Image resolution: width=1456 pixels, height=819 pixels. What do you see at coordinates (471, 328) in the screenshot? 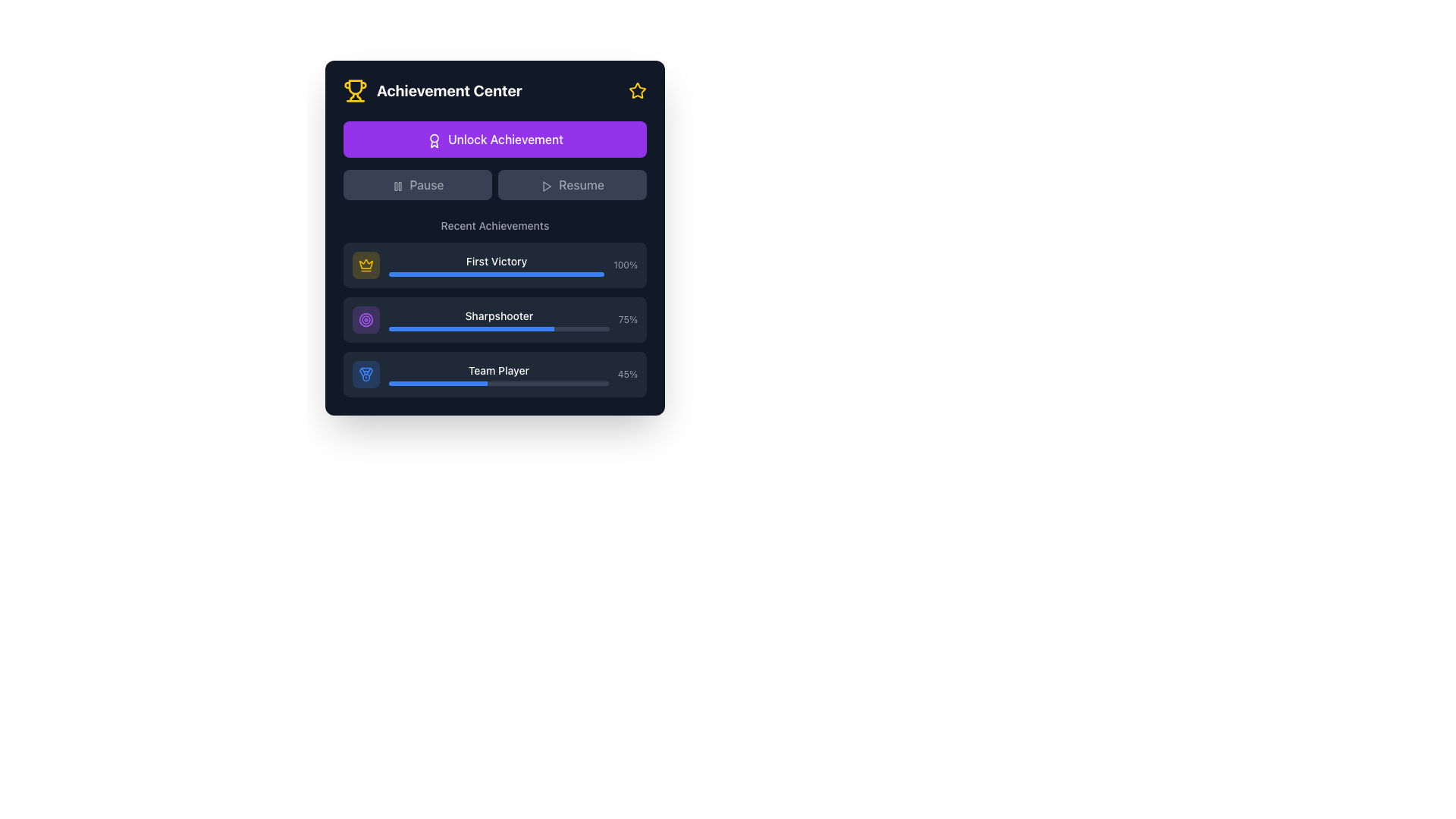
I see `the Progress indicator segment for the 'Sharpshooter' achievement in the 'Recent Achievements' section, which visually indicates 75% completion` at bounding box center [471, 328].